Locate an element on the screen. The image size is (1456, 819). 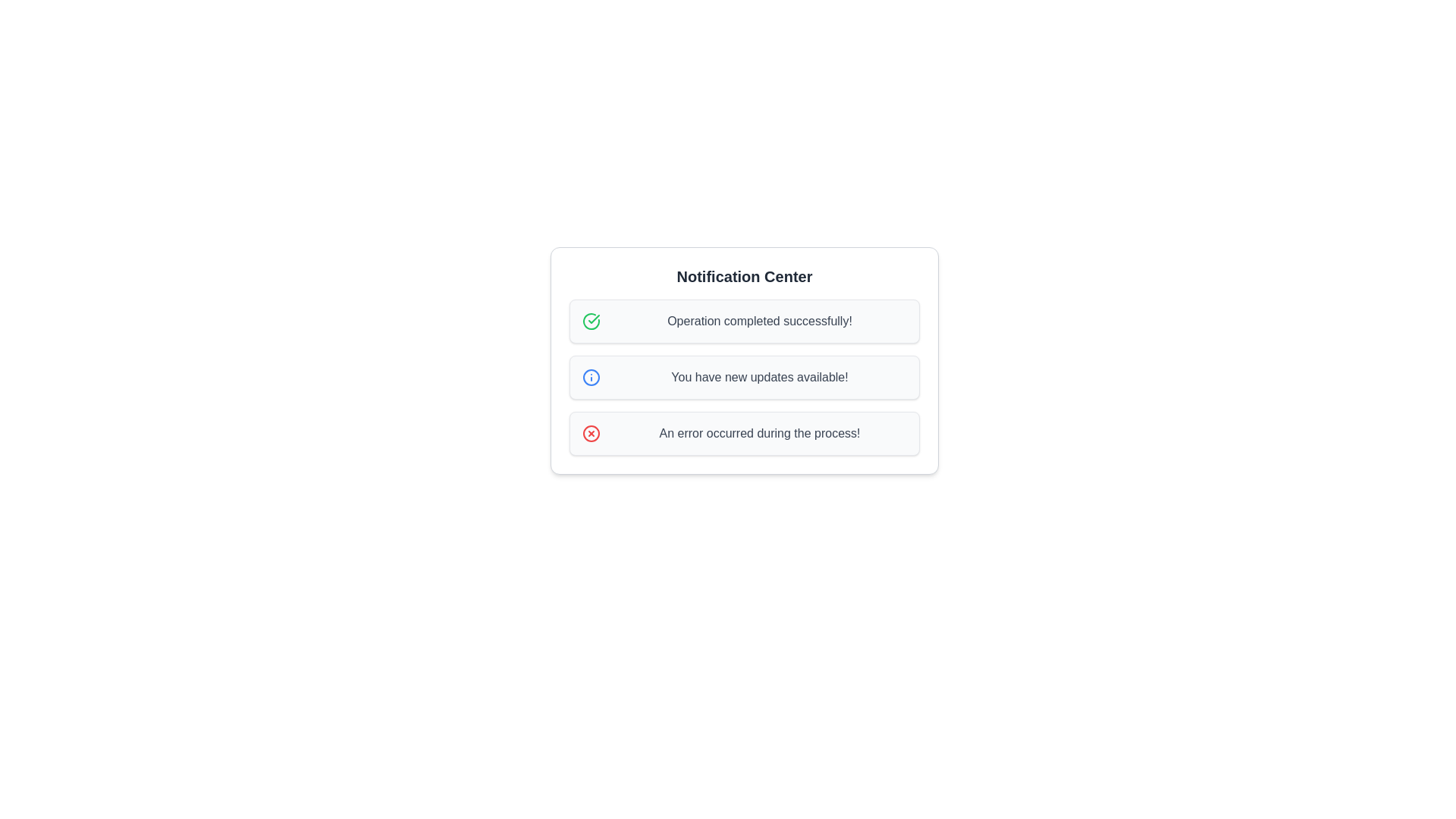
the informational status icon located at the center-left of the notification message card stating 'You have new updates available!' is located at coordinates (590, 376).